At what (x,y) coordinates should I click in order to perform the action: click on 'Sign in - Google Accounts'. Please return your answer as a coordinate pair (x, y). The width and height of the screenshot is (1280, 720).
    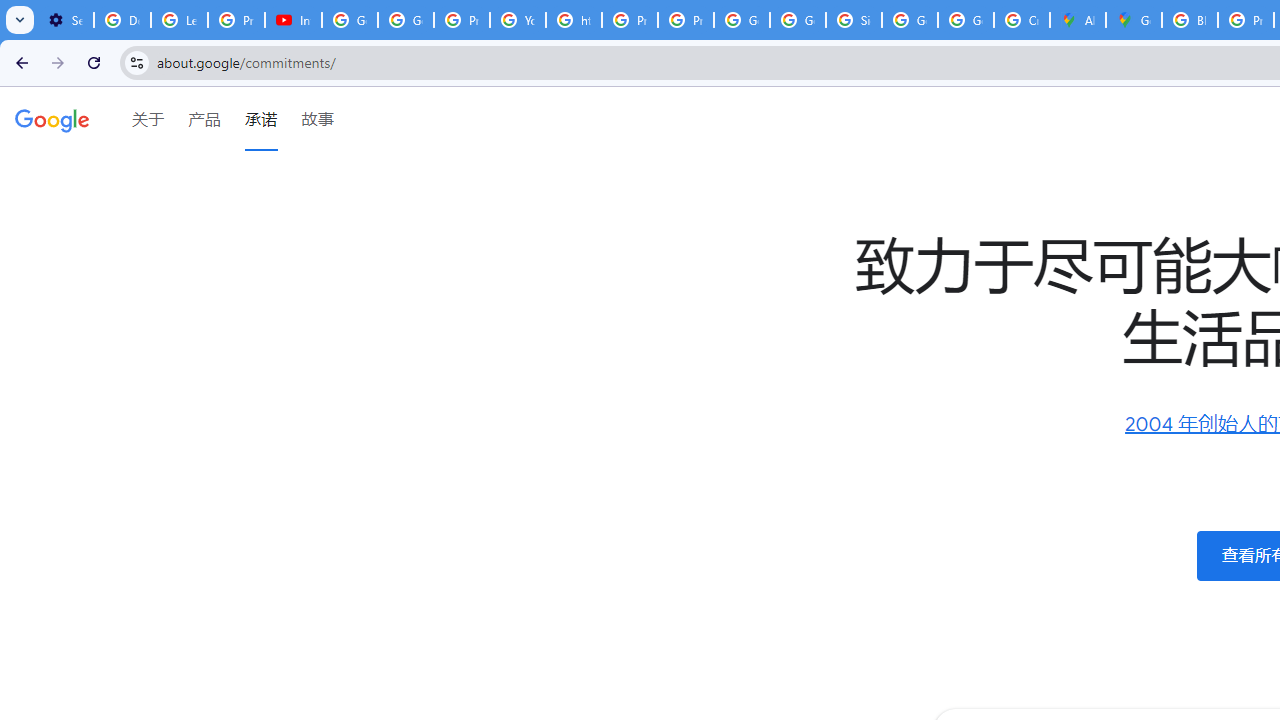
    Looking at the image, I should click on (853, 20).